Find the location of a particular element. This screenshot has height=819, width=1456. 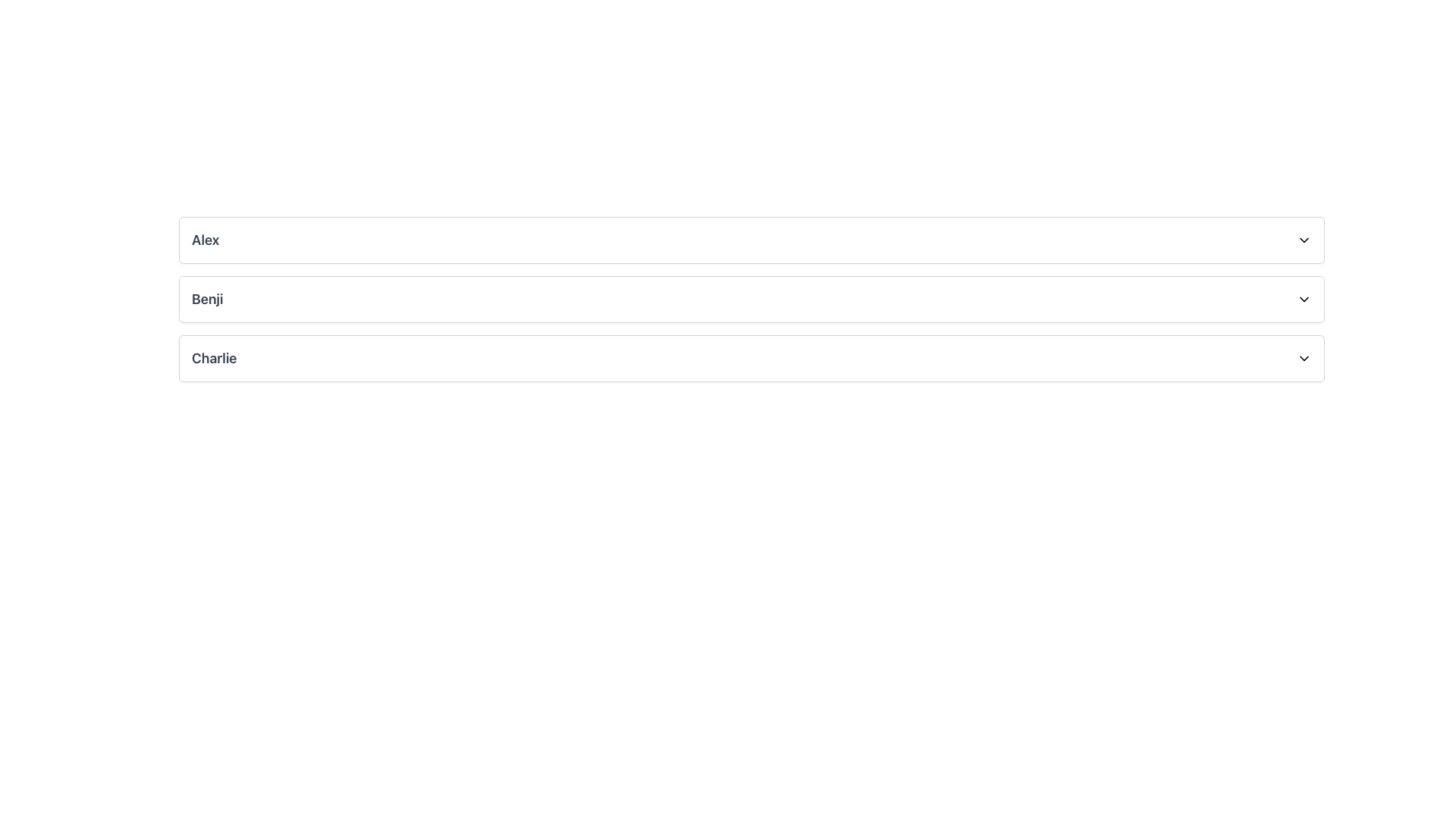

the Dropdown element labeled 'Alex' with a downward-pointing chevron, located at the top of a vertical list of items is located at coordinates (752, 239).